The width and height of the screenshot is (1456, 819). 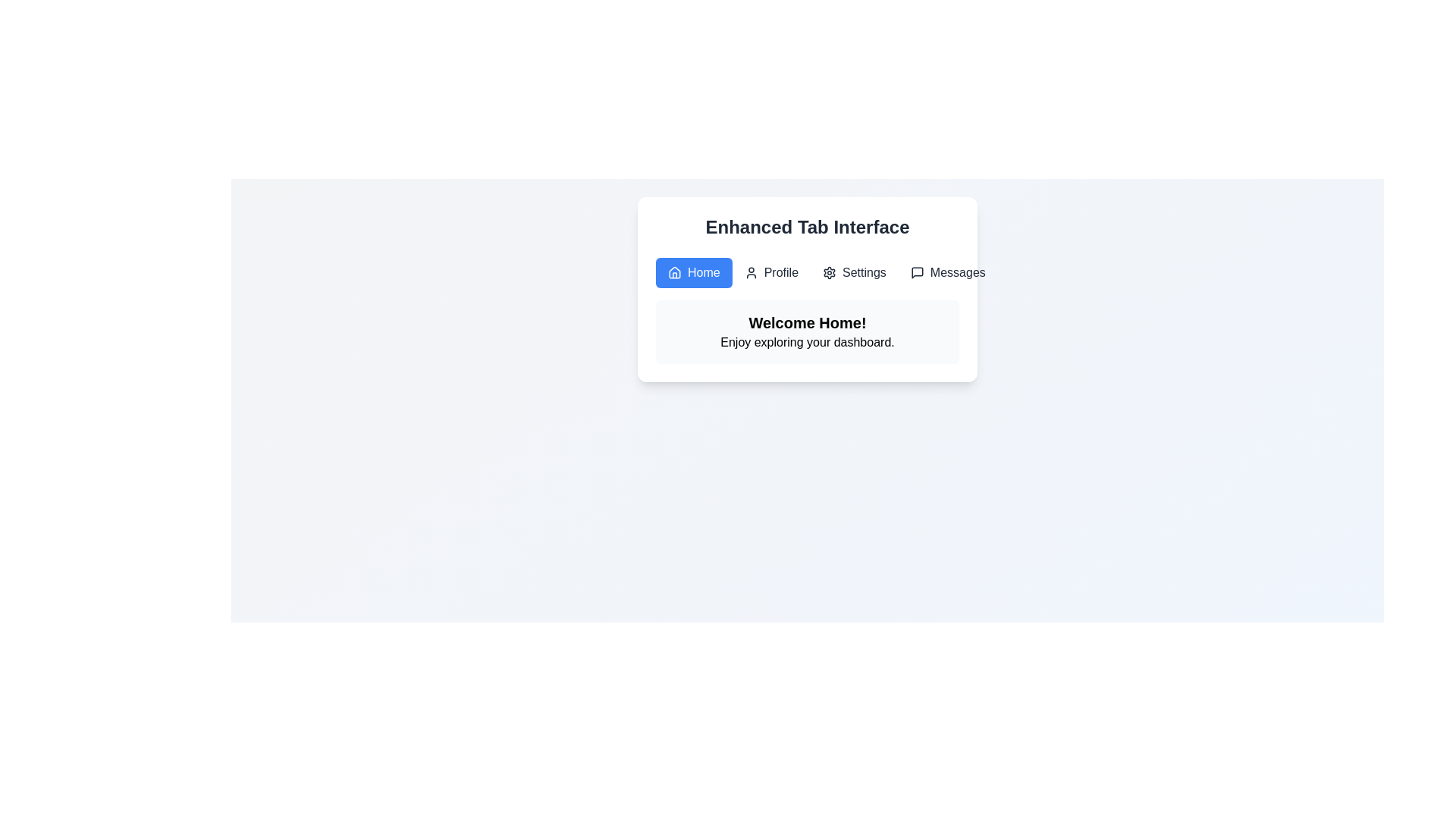 What do you see at coordinates (807, 331) in the screenshot?
I see `main body text from the text block that contains 'Welcome Home!' and 'Enjoy exploring your dashboard.'` at bounding box center [807, 331].